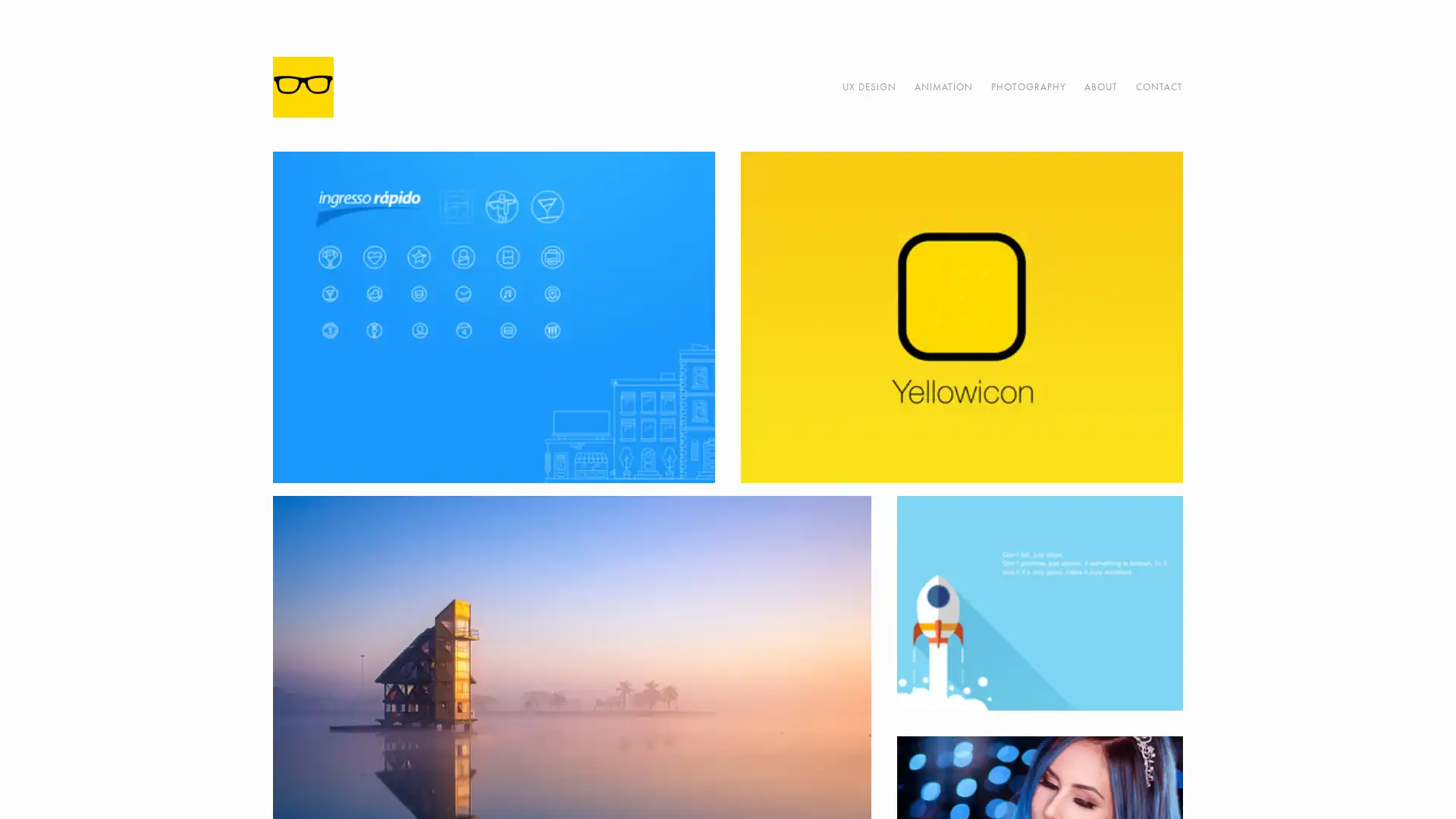 The image size is (1456, 819). What do you see at coordinates (1038, 602) in the screenshot?
I see `View fullsize Trully excellent!` at bounding box center [1038, 602].